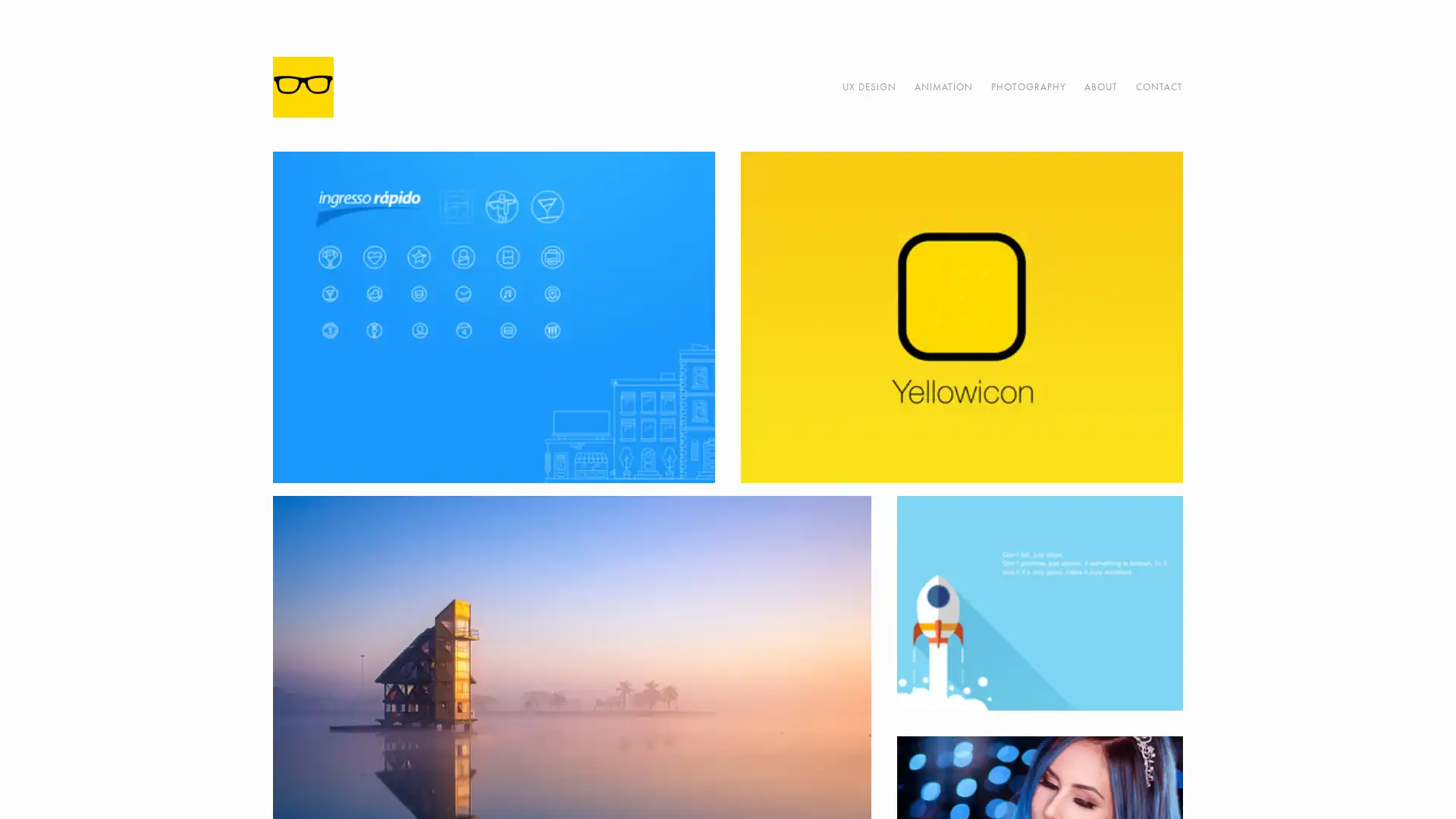 The image size is (1456, 819). What do you see at coordinates (1038, 602) in the screenshot?
I see `View fullsize Trully excellent!` at bounding box center [1038, 602].